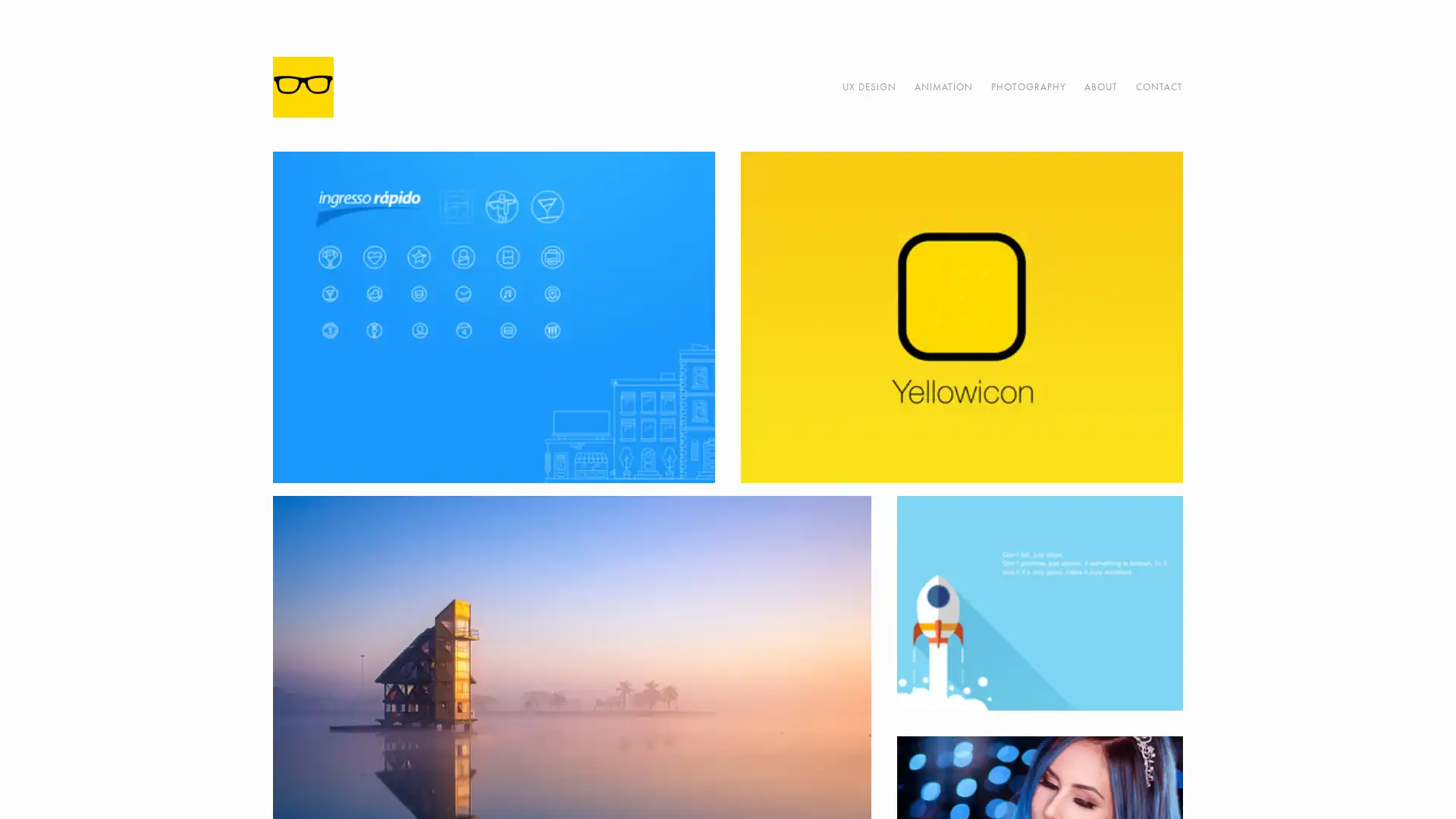 The image size is (1456, 819). What do you see at coordinates (1038, 602) in the screenshot?
I see `View fullsize Trully excellent!` at bounding box center [1038, 602].